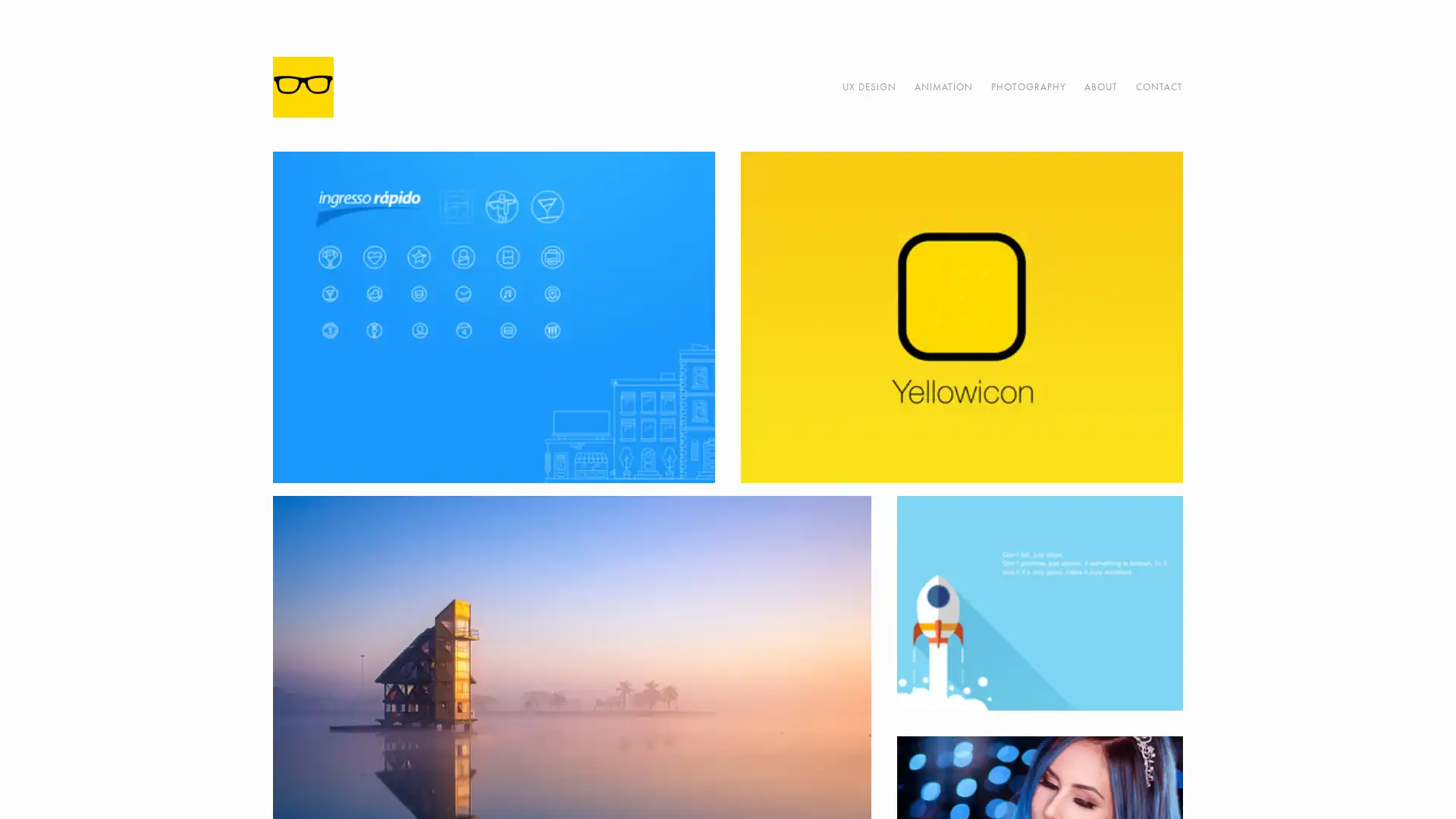 The image size is (1456, 819). What do you see at coordinates (1038, 602) in the screenshot?
I see `View fullsize Trully excellent!` at bounding box center [1038, 602].